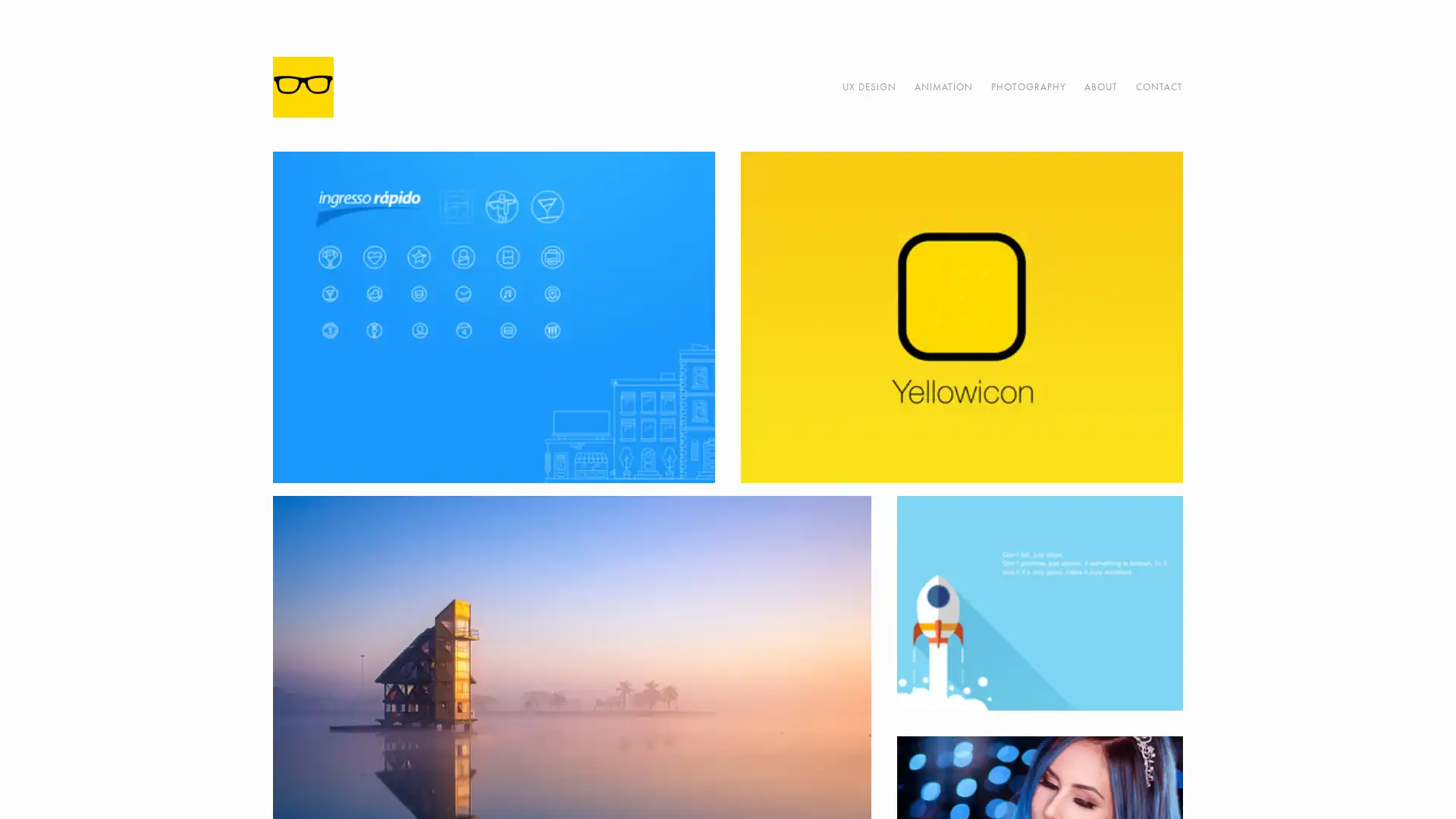 The image size is (1456, 819). What do you see at coordinates (1038, 602) in the screenshot?
I see `View fullsize Trully excellent!` at bounding box center [1038, 602].